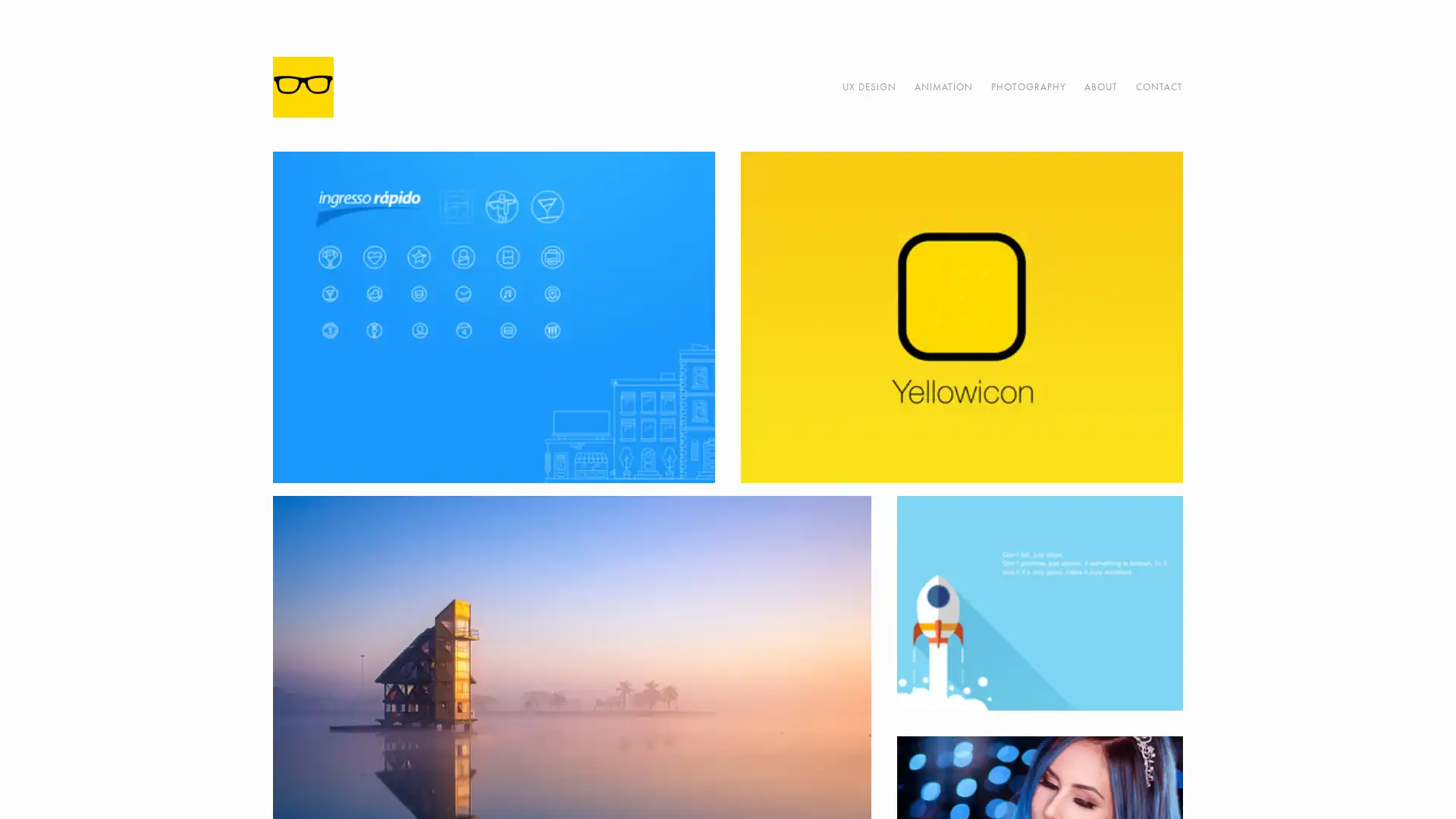 The image size is (1456, 819). What do you see at coordinates (1038, 602) in the screenshot?
I see `View fullsize Trully excellent!` at bounding box center [1038, 602].